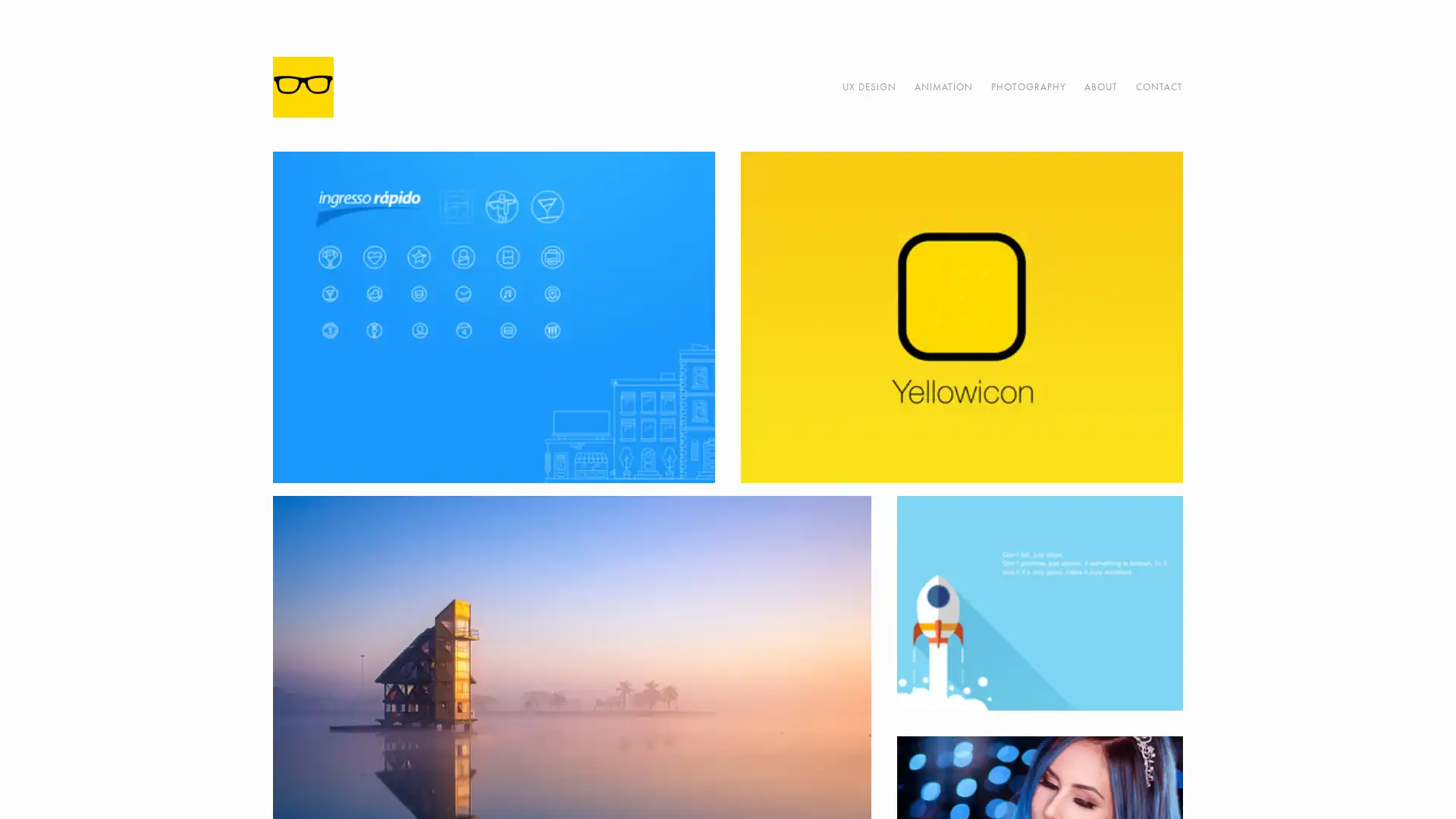 The image size is (1456, 819). What do you see at coordinates (1038, 602) in the screenshot?
I see `View fullsize Trully excellent!` at bounding box center [1038, 602].